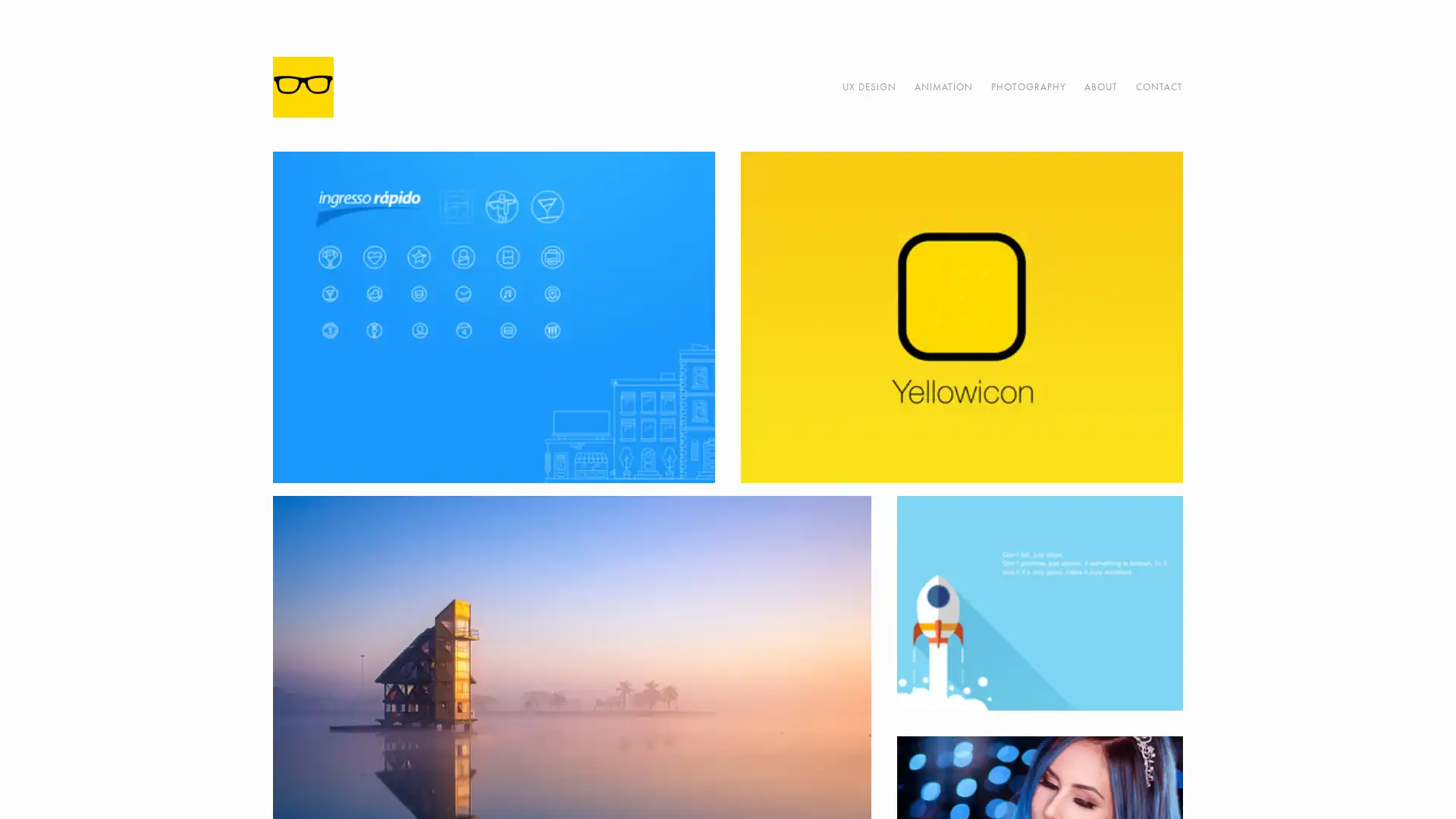 The image size is (1456, 819). What do you see at coordinates (1038, 602) in the screenshot?
I see `View fullsize Trully excellent!` at bounding box center [1038, 602].